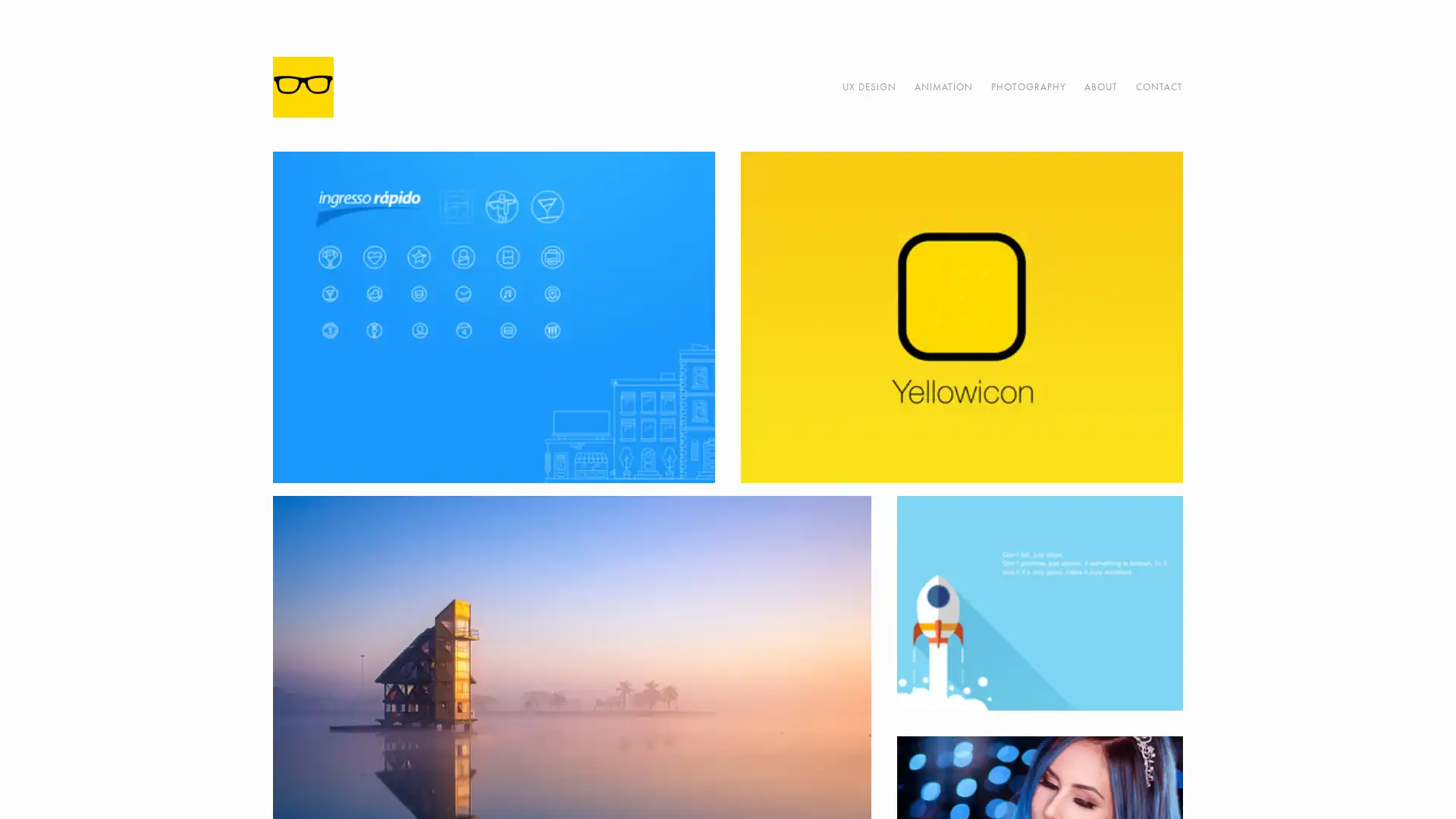 The image size is (1456, 819). What do you see at coordinates (1038, 602) in the screenshot?
I see `View fullsize Trully excellent!` at bounding box center [1038, 602].